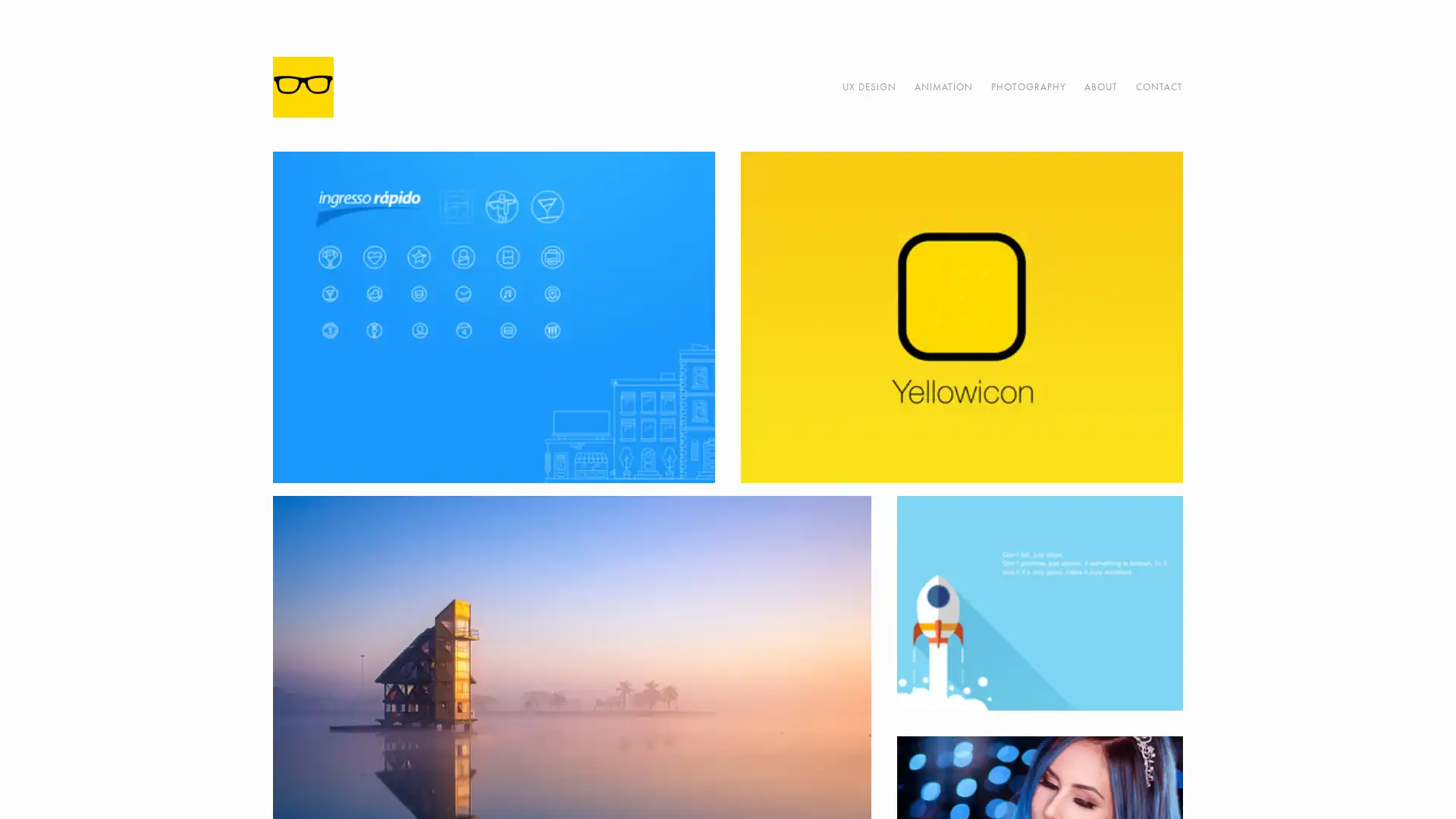 The image size is (1456, 819). What do you see at coordinates (1038, 602) in the screenshot?
I see `View fullsize Trully excellent!` at bounding box center [1038, 602].